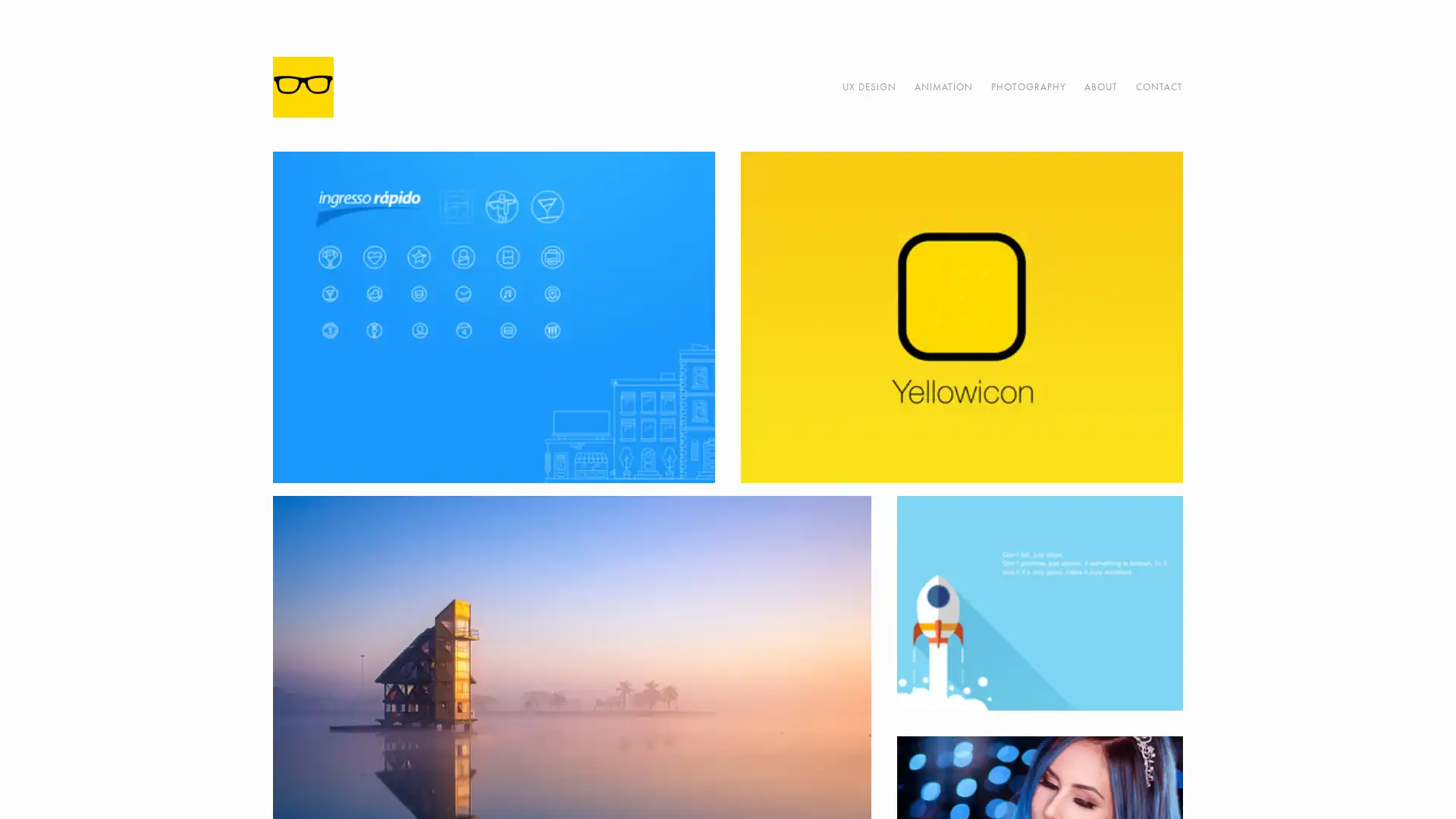 The image size is (1456, 819). What do you see at coordinates (1038, 602) in the screenshot?
I see `View fullsize Trully excellent!` at bounding box center [1038, 602].